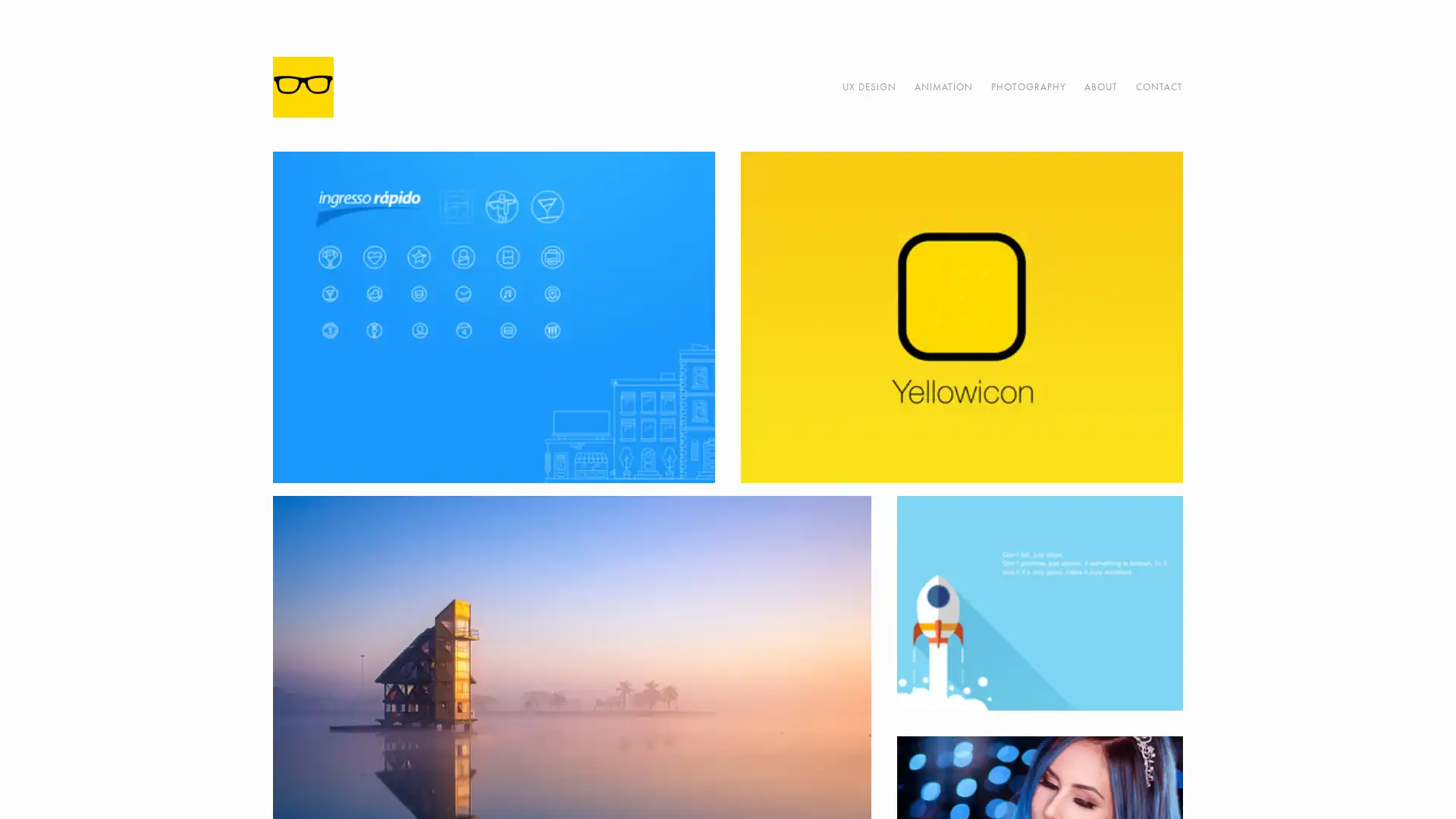 The image size is (1456, 819). What do you see at coordinates (1038, 602) in the screenshot?
I see `View fullsize Trully excellent!` at bounding box center [1038, 602].